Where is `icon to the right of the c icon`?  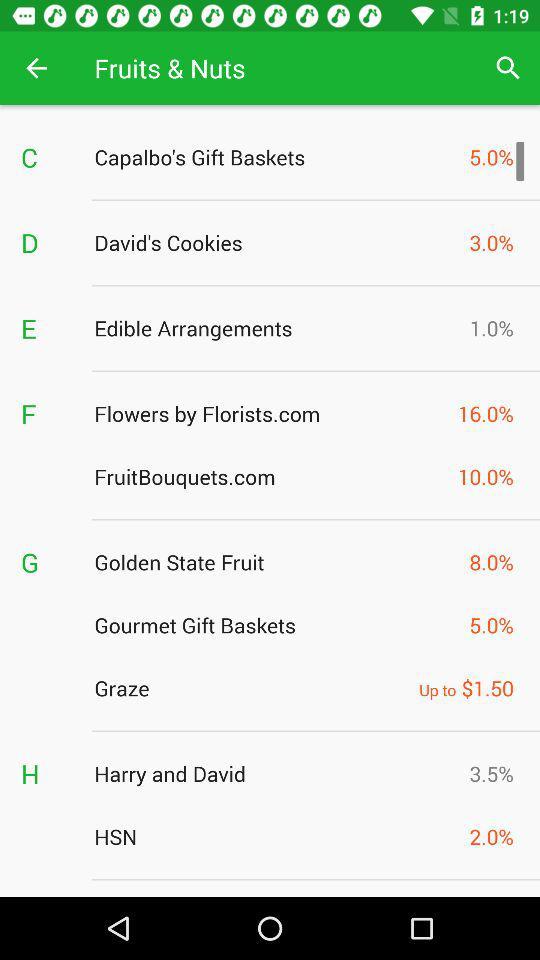 icon to the right of the c icon is located at coordinates (275, 156).